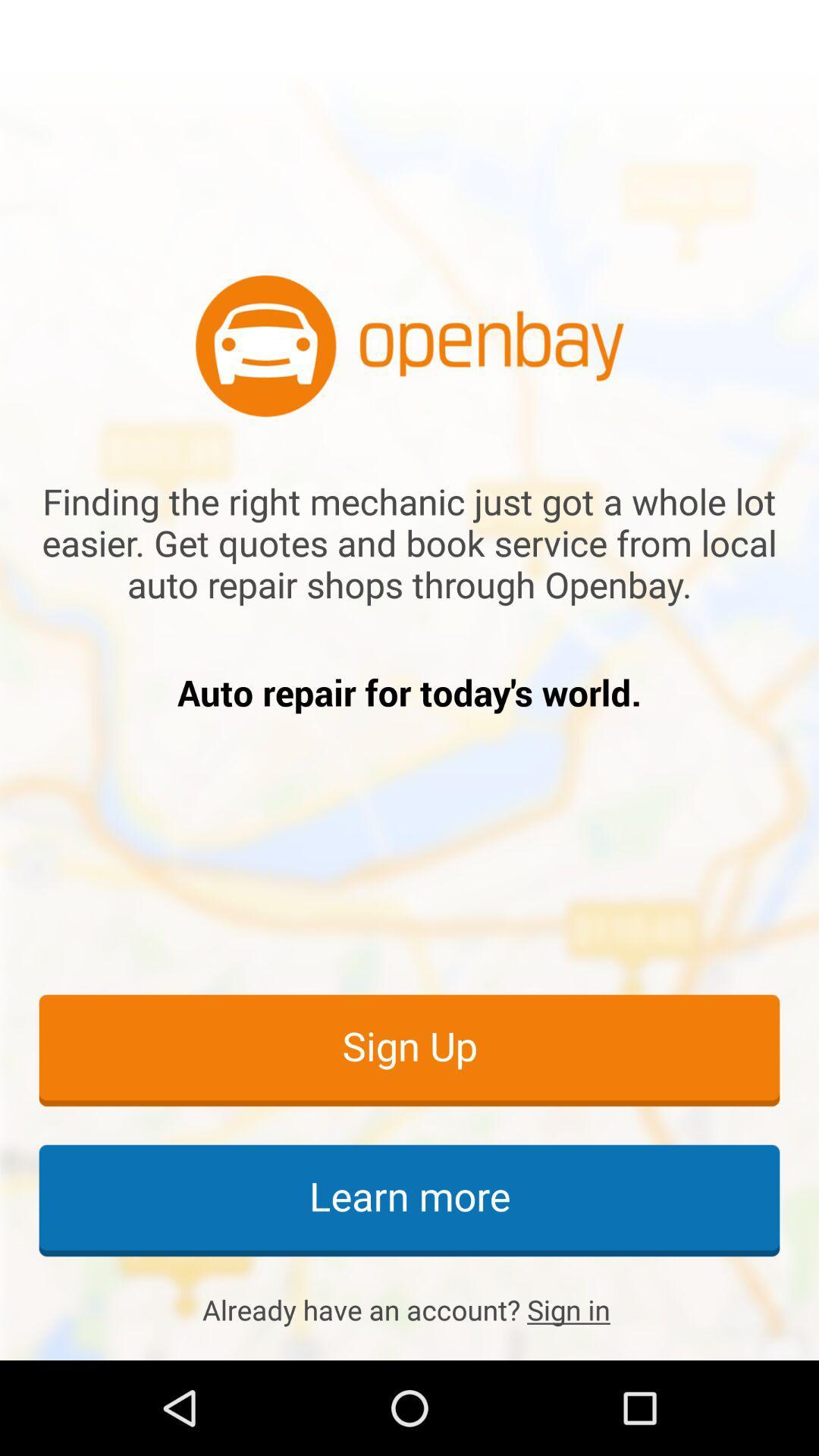 This screenshot has width=819, height=1456. Describe the element at coordinates (409, 1199) in the screenshot. I see `the learn more icon` at that location.